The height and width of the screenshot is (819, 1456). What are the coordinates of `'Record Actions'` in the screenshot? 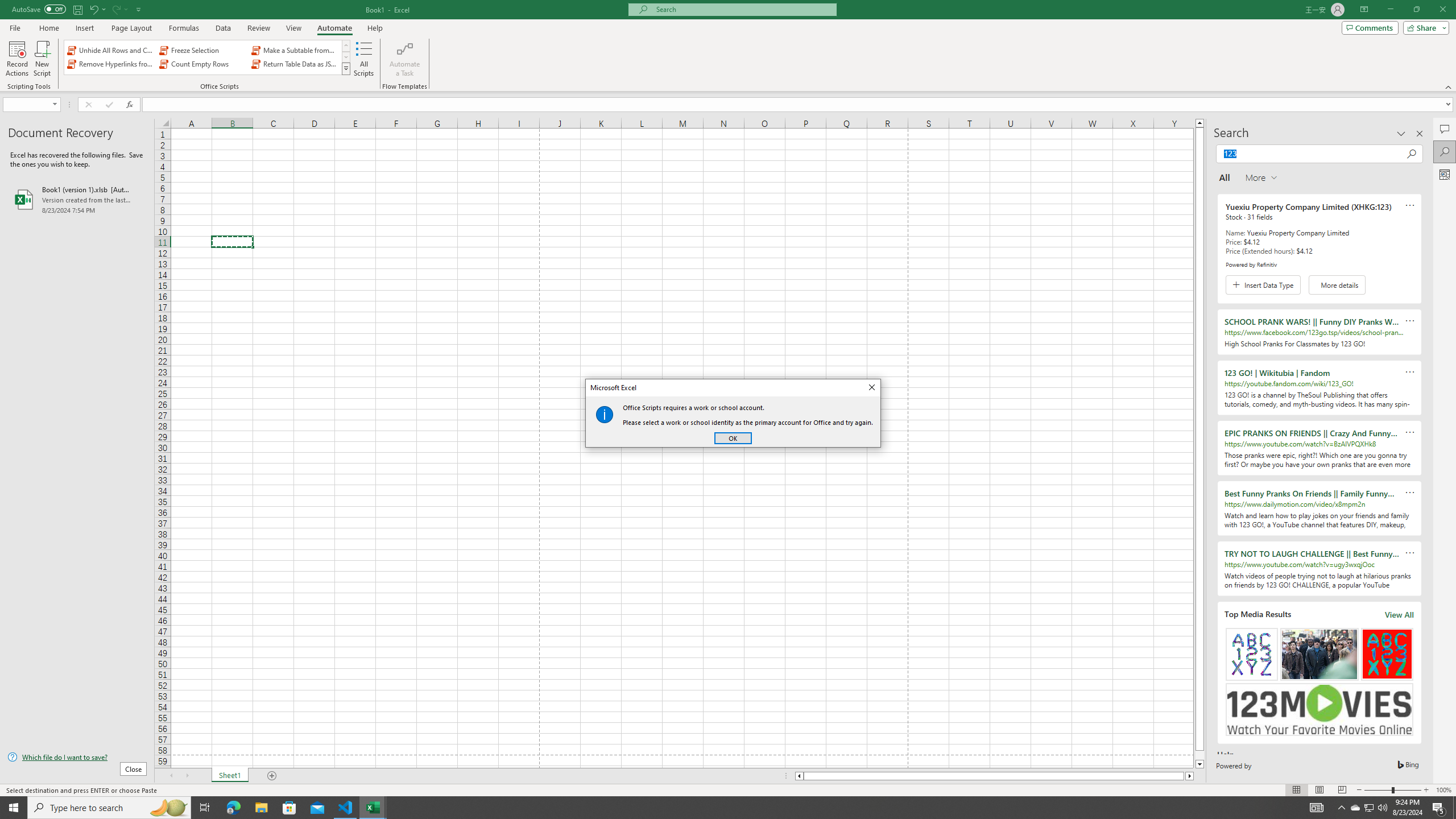 It's located at (16, 59).